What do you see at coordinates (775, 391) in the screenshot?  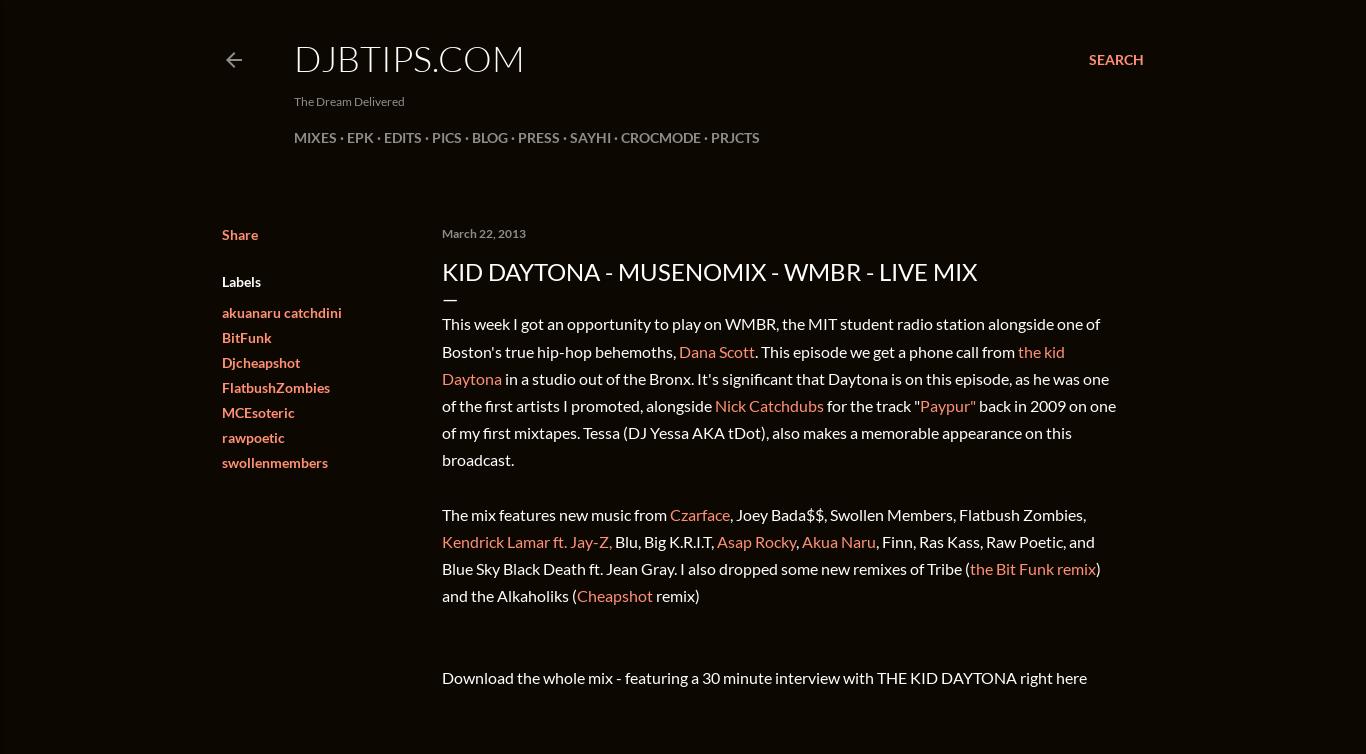 I see `'in a studio out of the Bronx.  It's significant that Daytona is on this episode, as he was one of the first artists I promoted, alongside'` at bounding box center [775, 391].